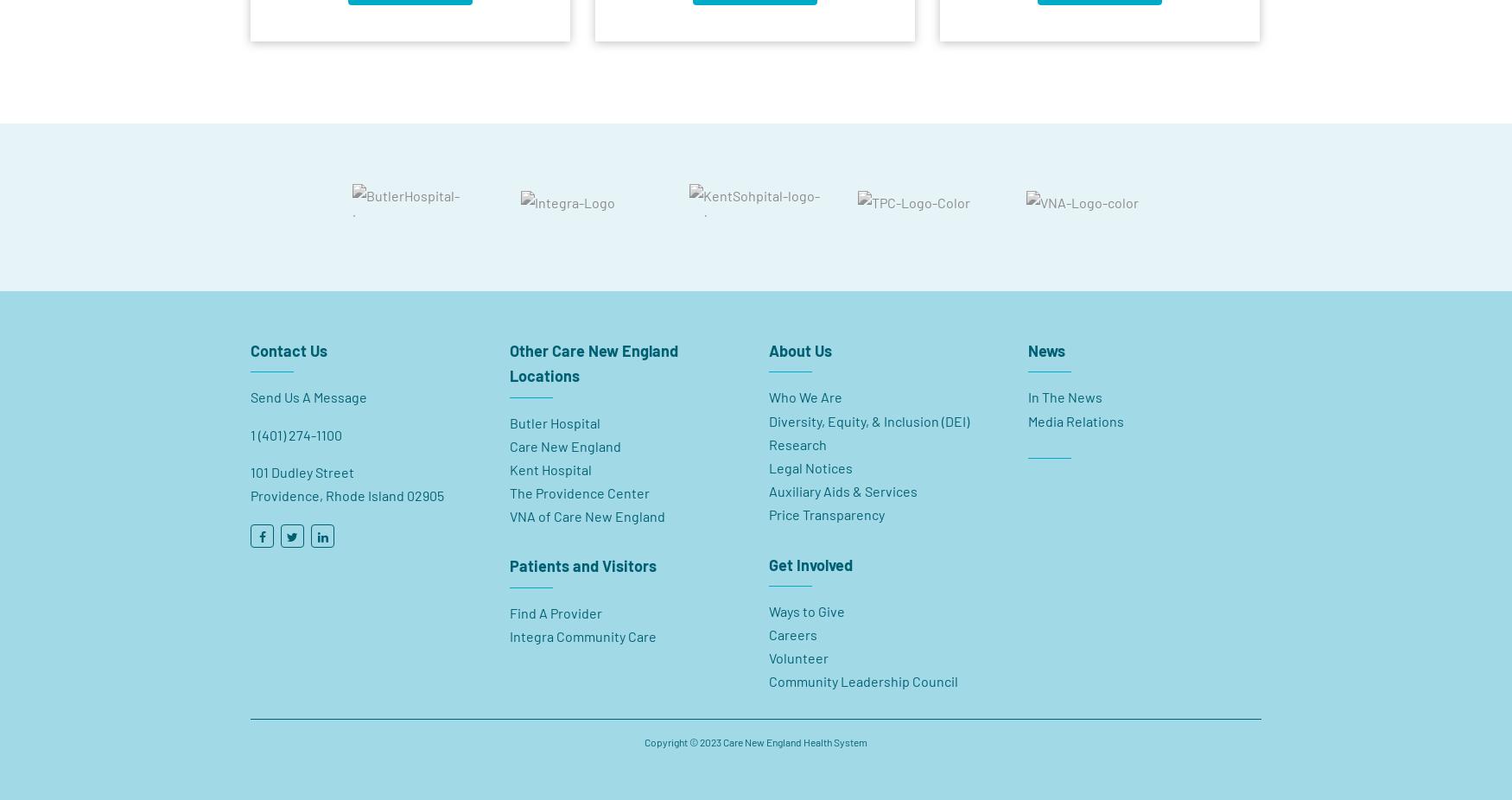 This screenshot has height=800, width=1512. I want to click on 'Care New England', so click(566, 436).